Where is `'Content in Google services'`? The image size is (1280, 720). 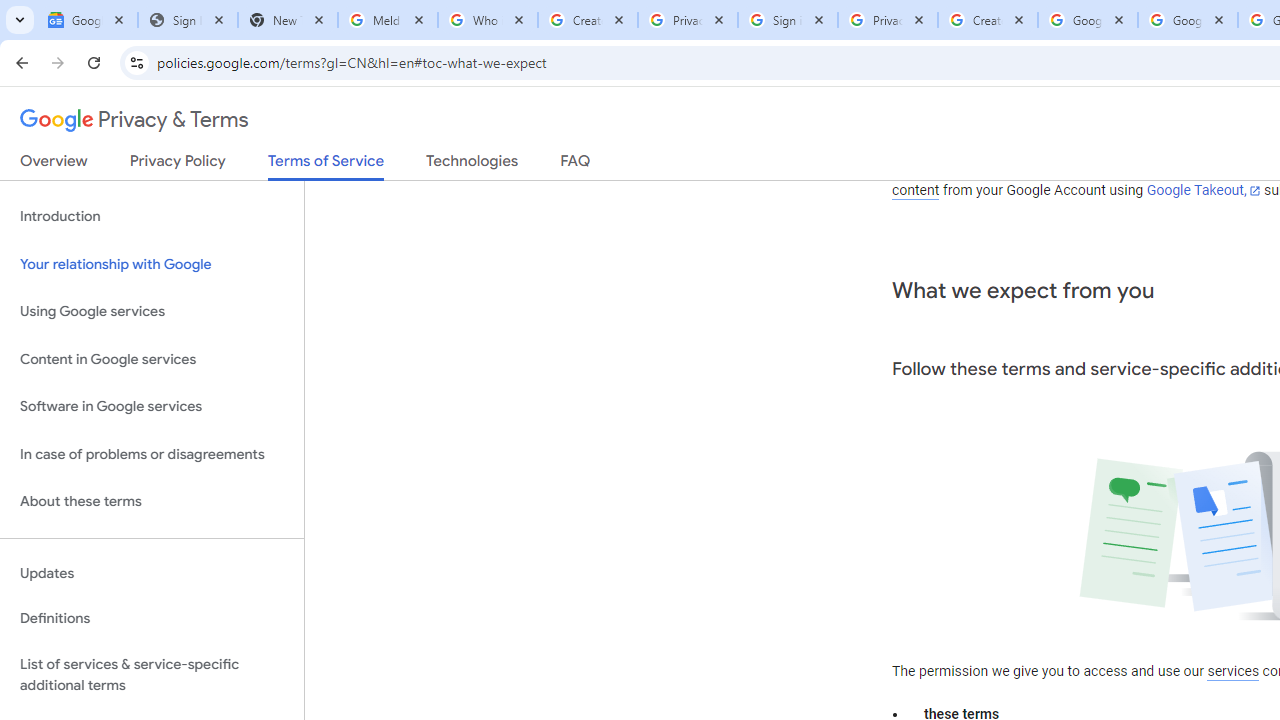 'Content in Google services' is located at coordinates (151, 358).